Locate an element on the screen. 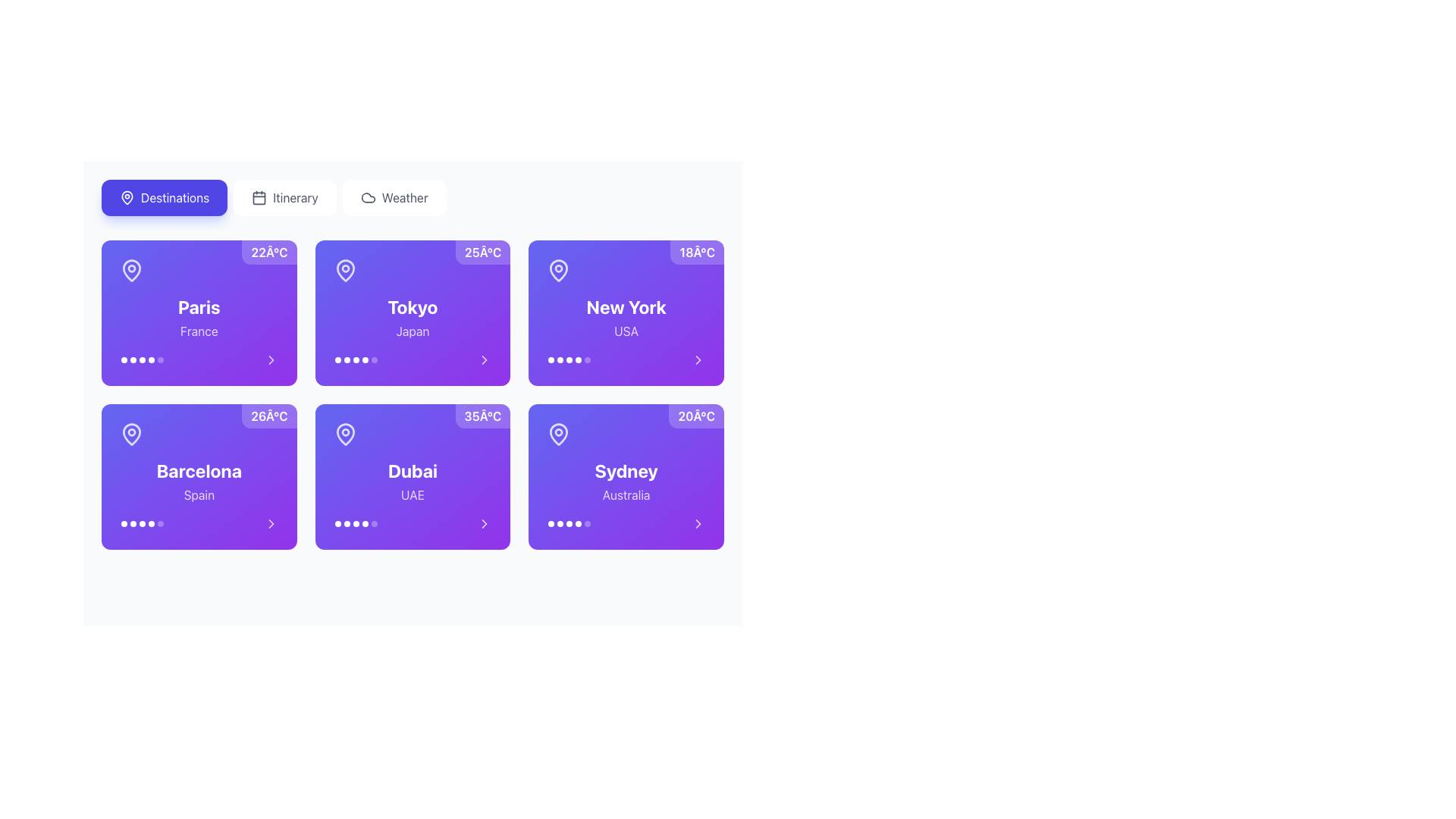 The width and height of the screenshot is (1456, 819). the rounded label displaying '18Â°C' on a semi-transparent background, located at the top-right corner of the 'New York' card is located at coordinates (696, 251).